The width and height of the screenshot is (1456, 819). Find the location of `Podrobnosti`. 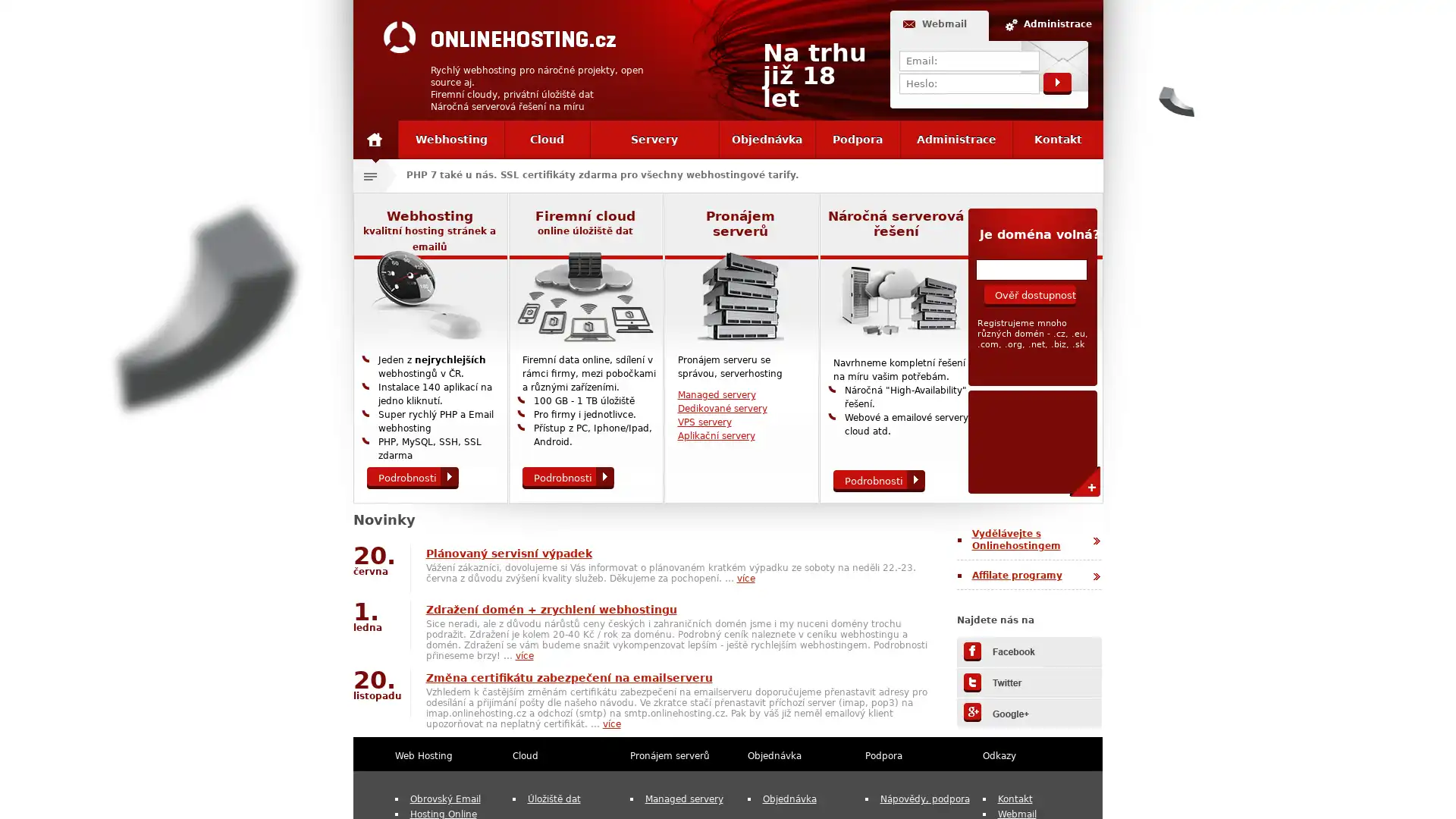

Podrobnosti is located at coordinates (412, 478).